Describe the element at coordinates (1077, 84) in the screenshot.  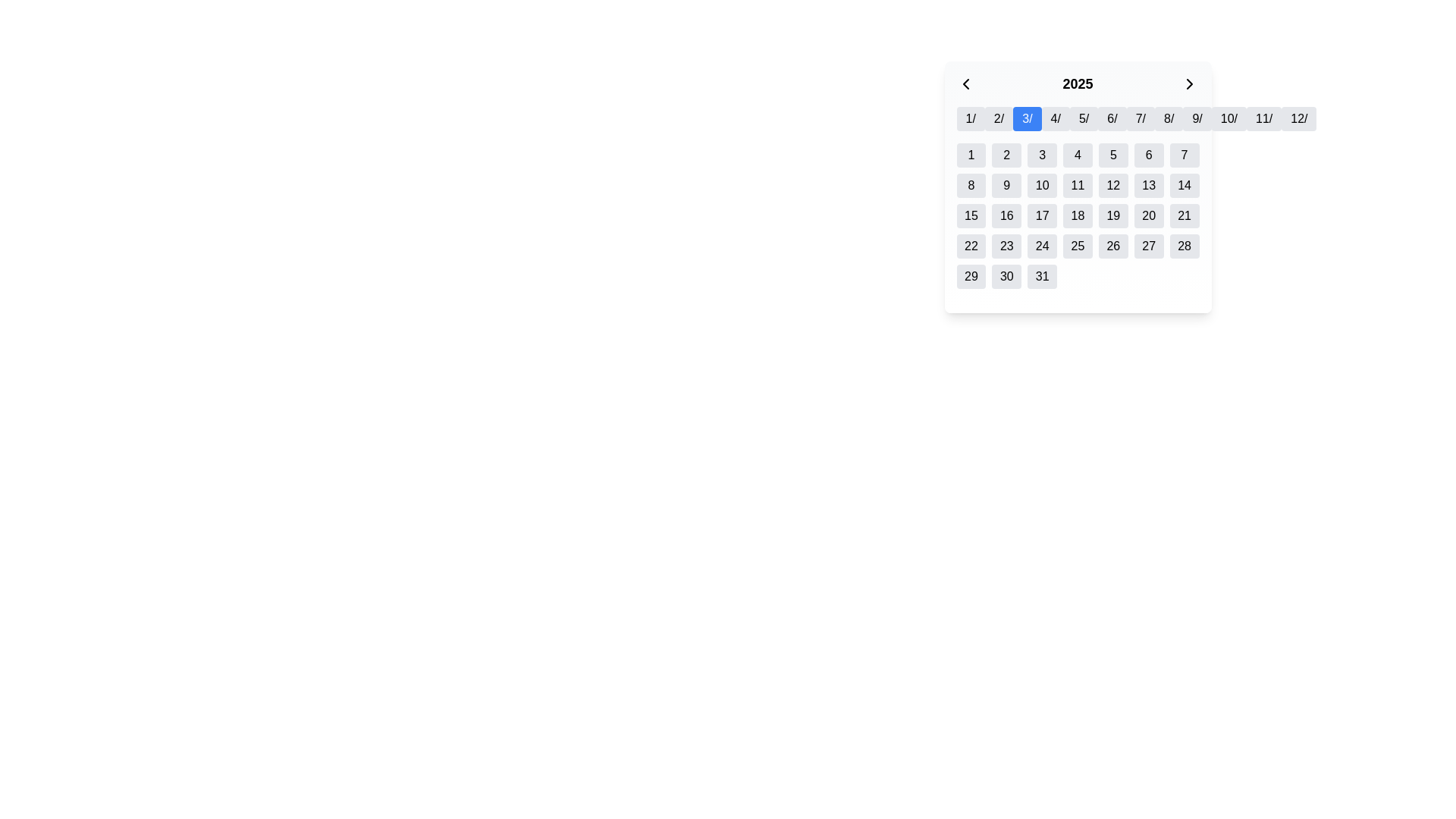
I see `the bold, black text displaying the number '2025' in the calendar navigation header, which is centrally positioned between two chevron arrow icons` at that location.